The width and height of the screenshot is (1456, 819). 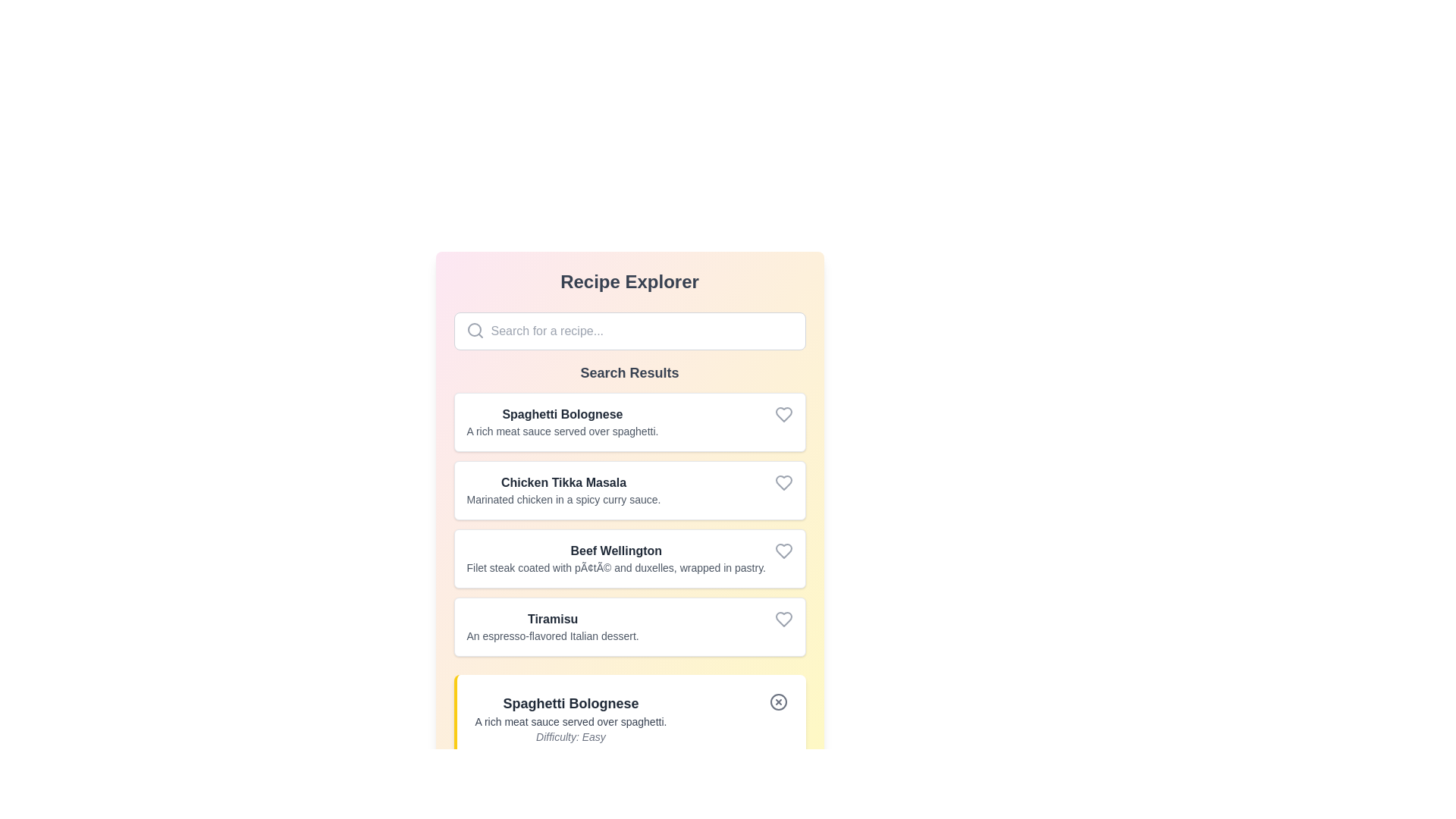 I want to click on the list entry containing 'Chicken Tikka Masala' which has bold dark gray text and a description in lighter gray below it, so click(x=563, y=491).